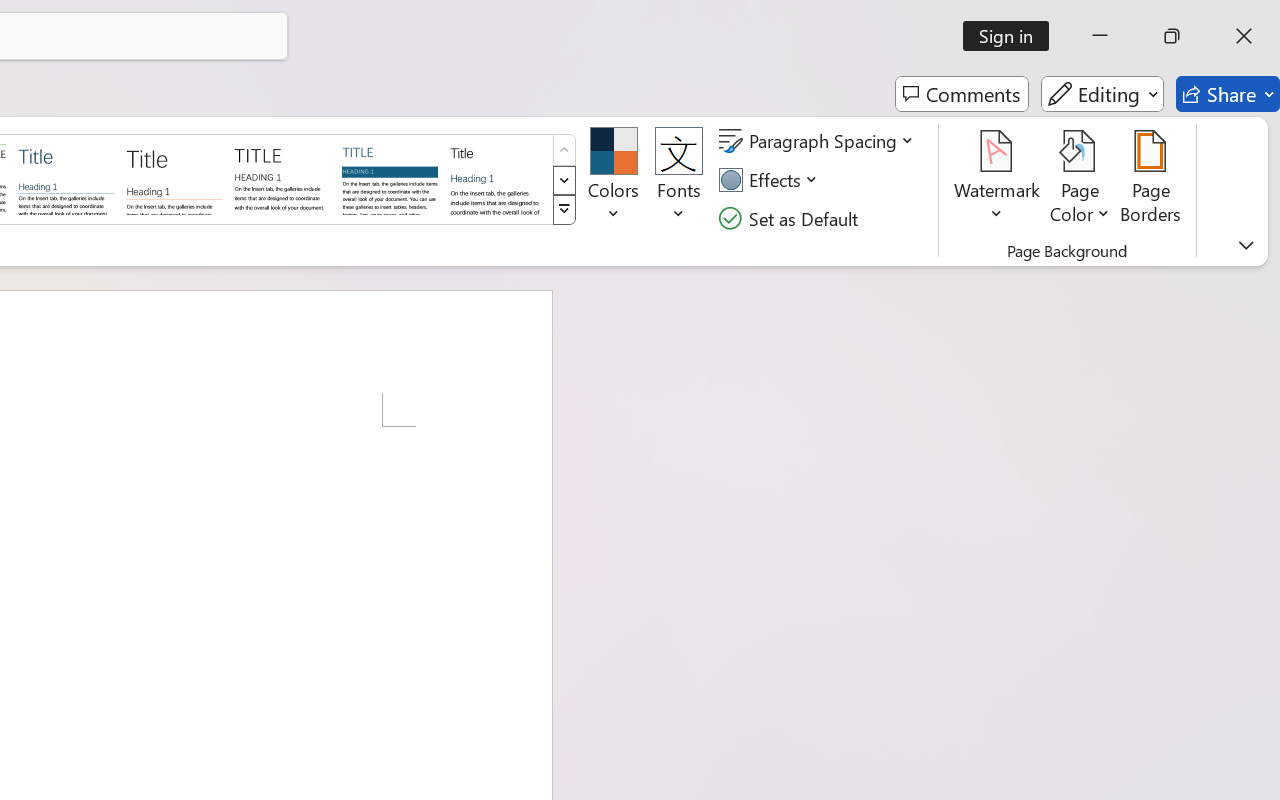  I want to click on 'Lines (Stylish)', so click(174, 177).